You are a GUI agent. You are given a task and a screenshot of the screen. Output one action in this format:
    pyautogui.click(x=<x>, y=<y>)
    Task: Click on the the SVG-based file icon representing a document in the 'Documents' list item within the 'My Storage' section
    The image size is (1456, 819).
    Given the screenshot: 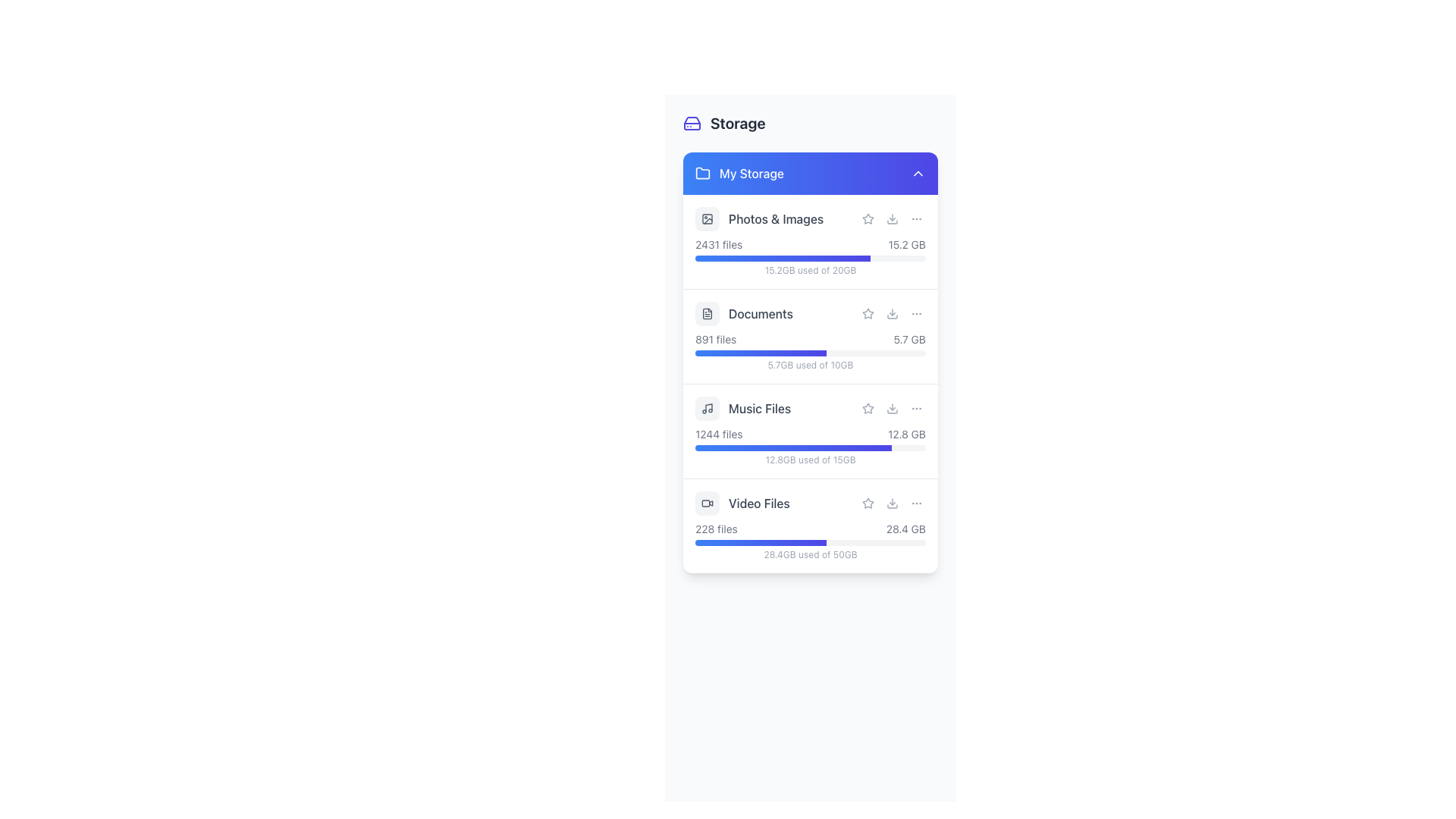 What is the action you would take?
    pyautogui.click(x=706, y=312)
    